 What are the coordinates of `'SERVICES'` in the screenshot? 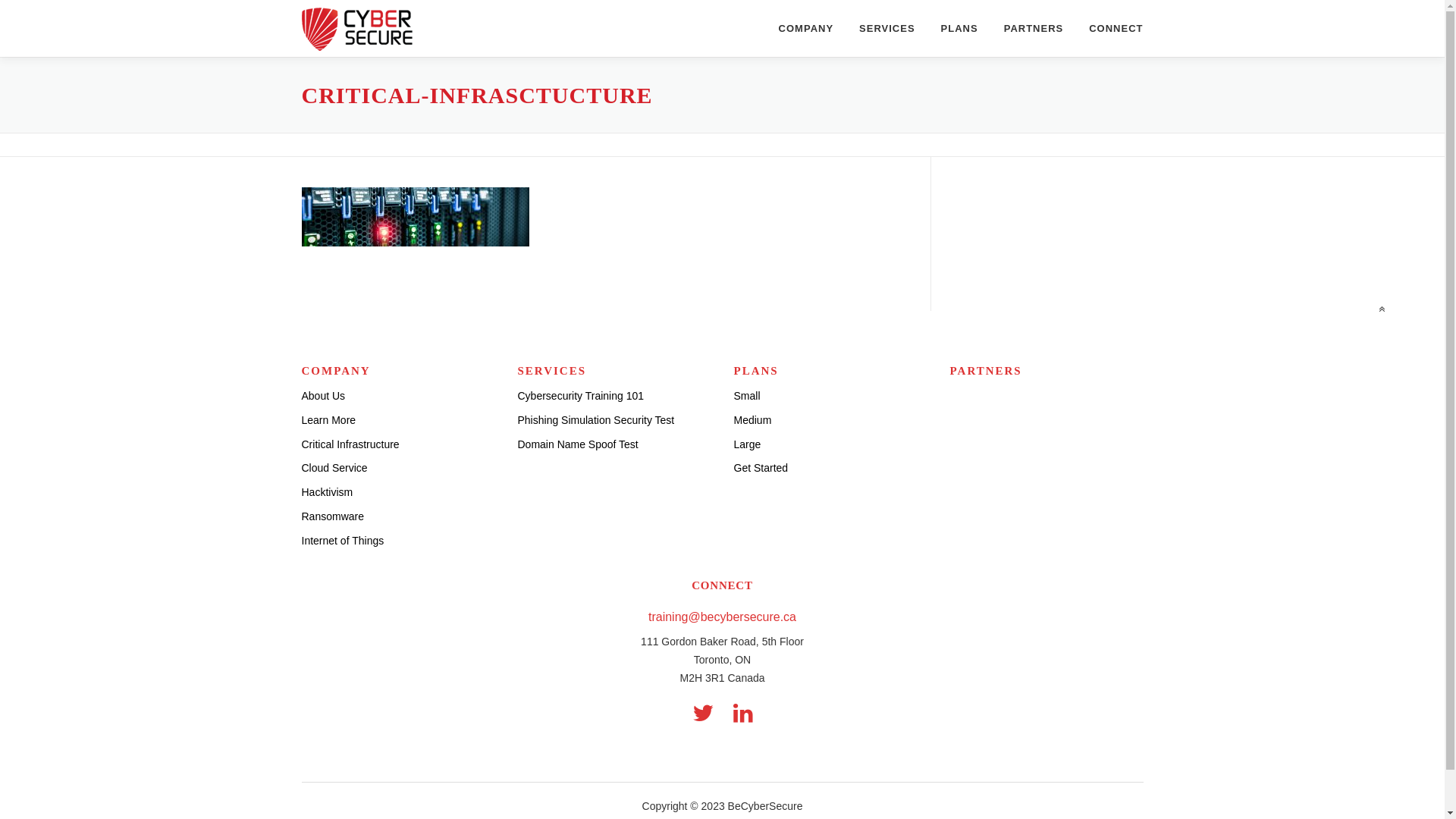 It's located at (887, 28).